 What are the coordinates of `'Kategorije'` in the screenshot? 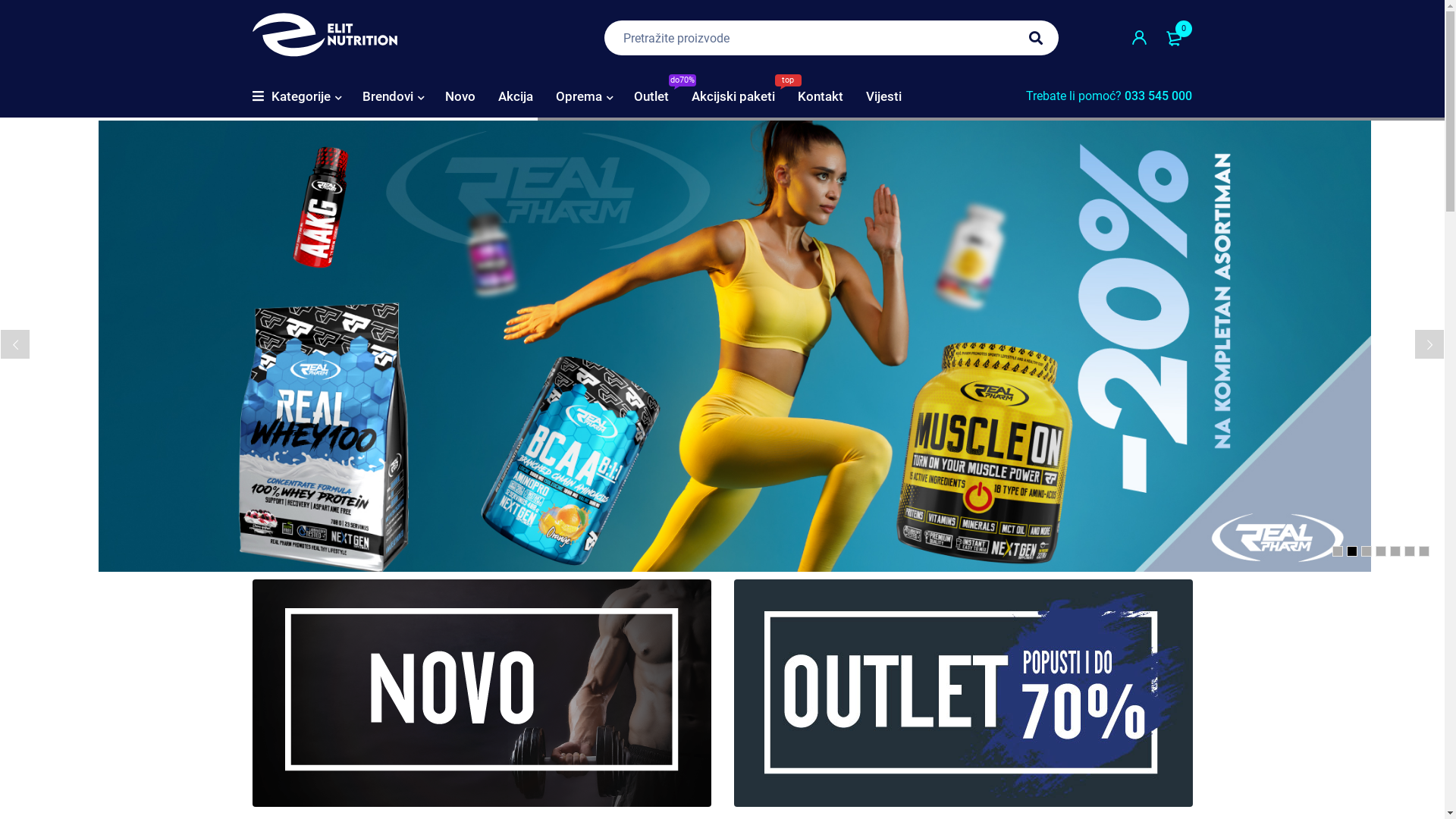 It's located at (301, 96).